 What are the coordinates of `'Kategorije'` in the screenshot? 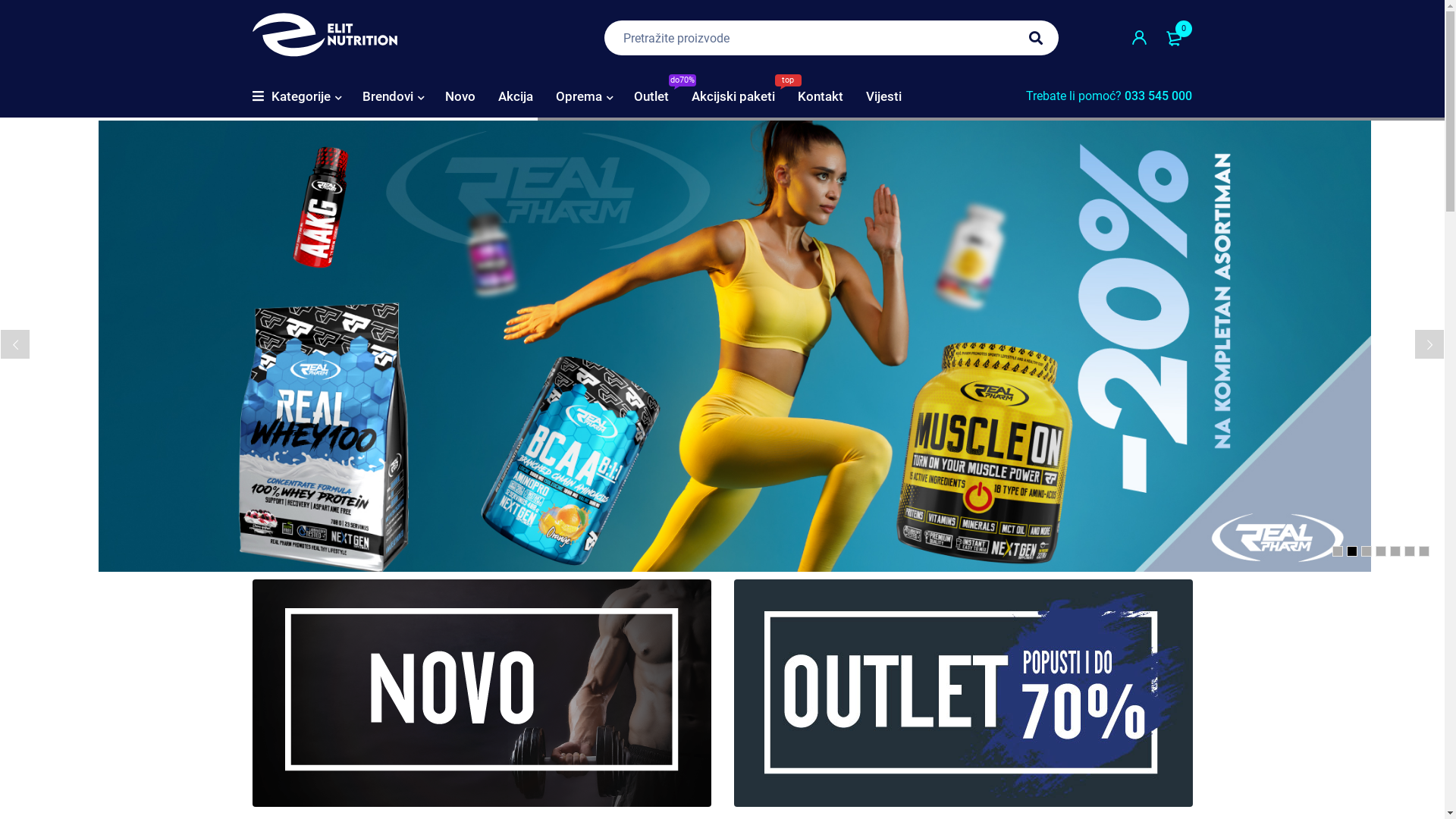 It's located at (301, 96).